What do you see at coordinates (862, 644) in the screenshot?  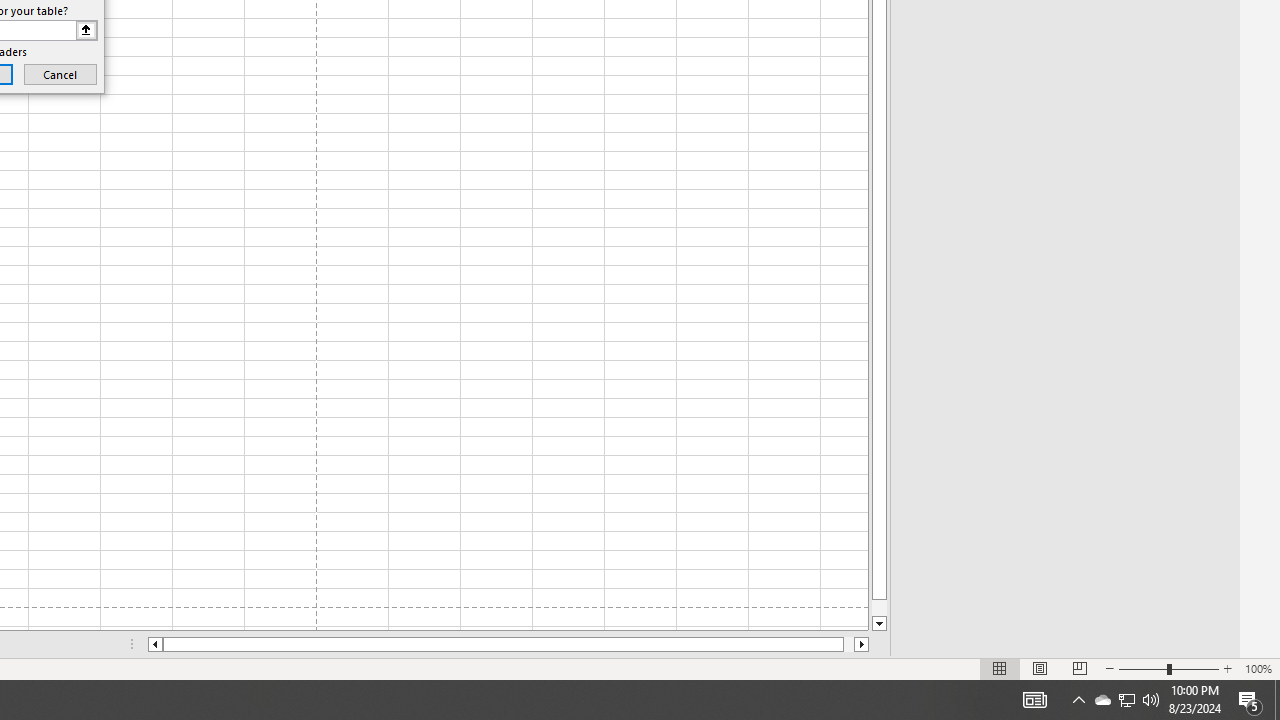 I see `'Column right'` at bounding box center [862, 644].